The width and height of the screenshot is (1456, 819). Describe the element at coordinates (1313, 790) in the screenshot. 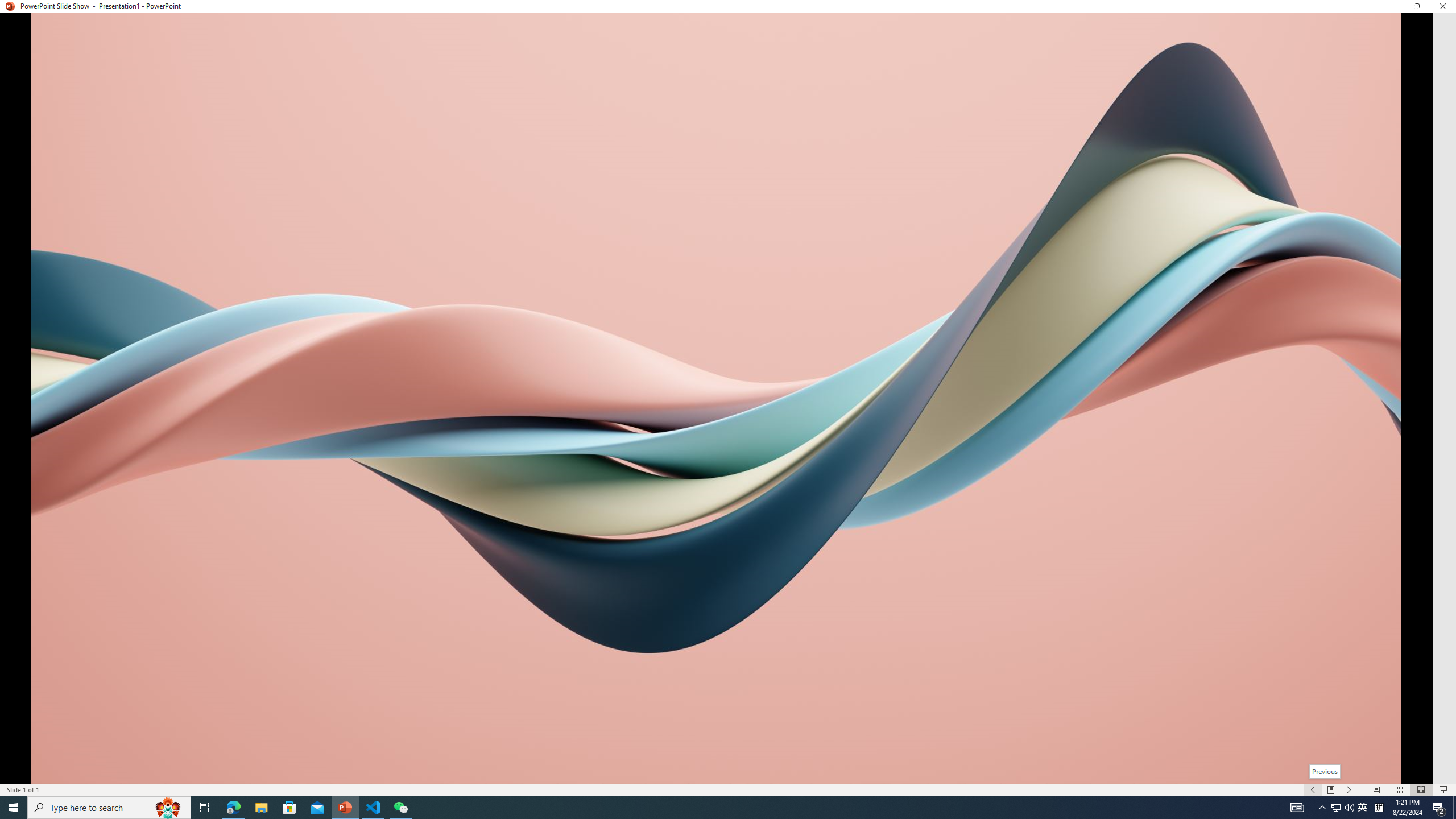

I see `'Slide Show Previous On'` at that location.